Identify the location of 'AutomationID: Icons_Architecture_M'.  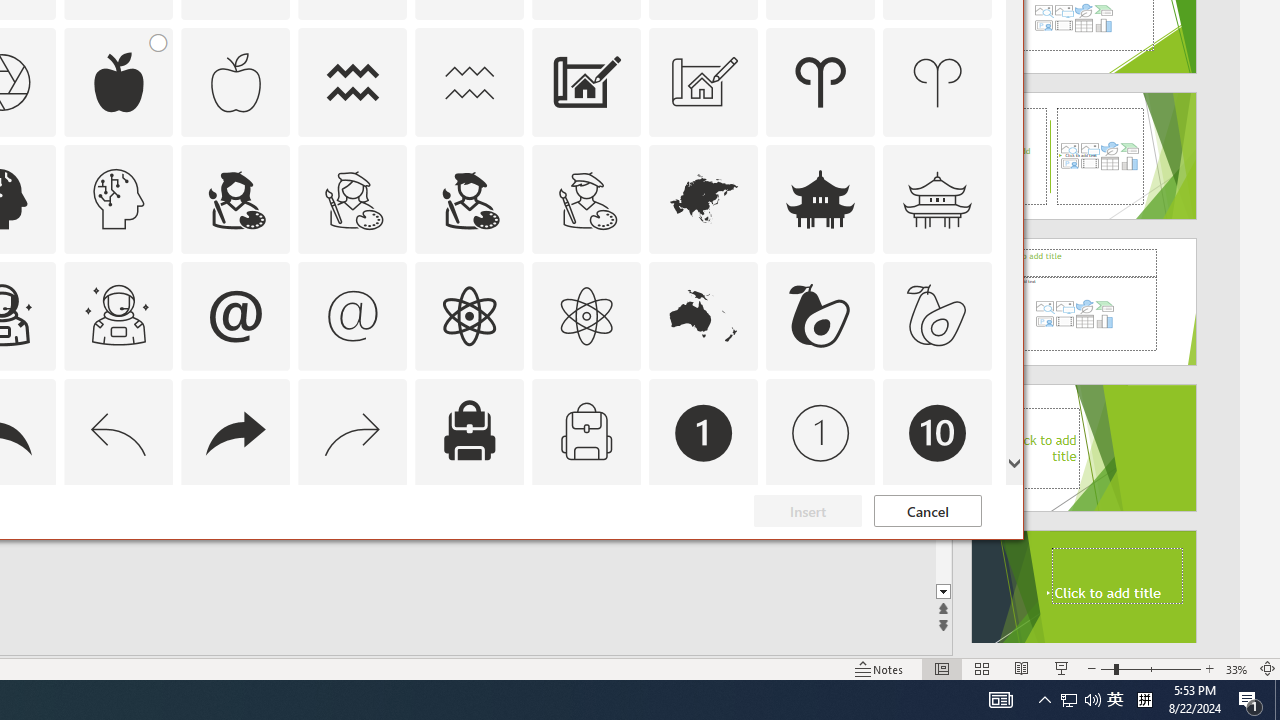
(704, 81).